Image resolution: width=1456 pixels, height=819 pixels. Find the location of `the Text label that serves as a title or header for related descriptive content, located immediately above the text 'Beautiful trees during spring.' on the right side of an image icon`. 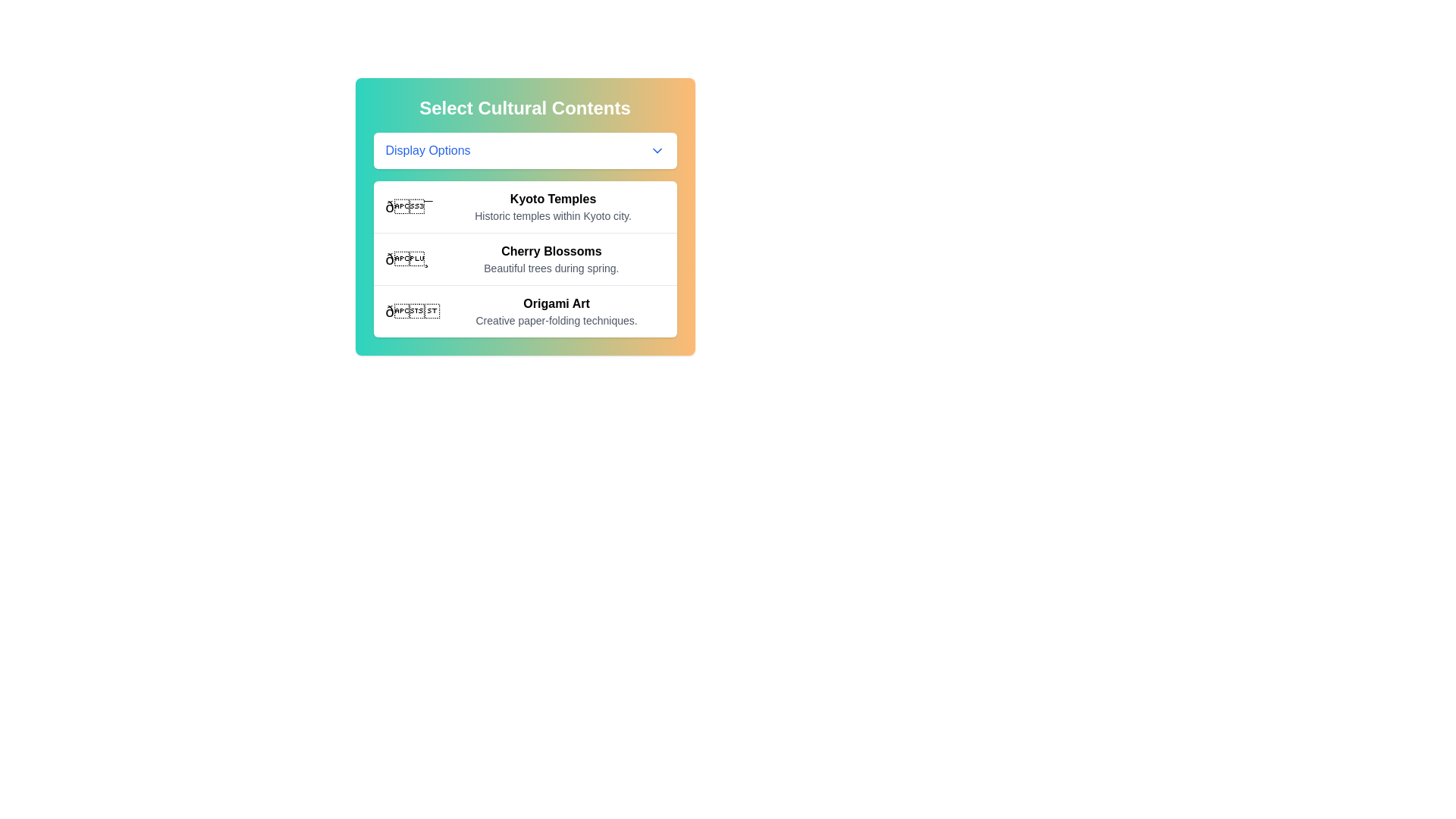

the Text label that serves as a title or header for related descriptive content, located immediately above the text 'Beautiful trees during spring.' on the right side of an image icon is located at coordinates (550, 250).